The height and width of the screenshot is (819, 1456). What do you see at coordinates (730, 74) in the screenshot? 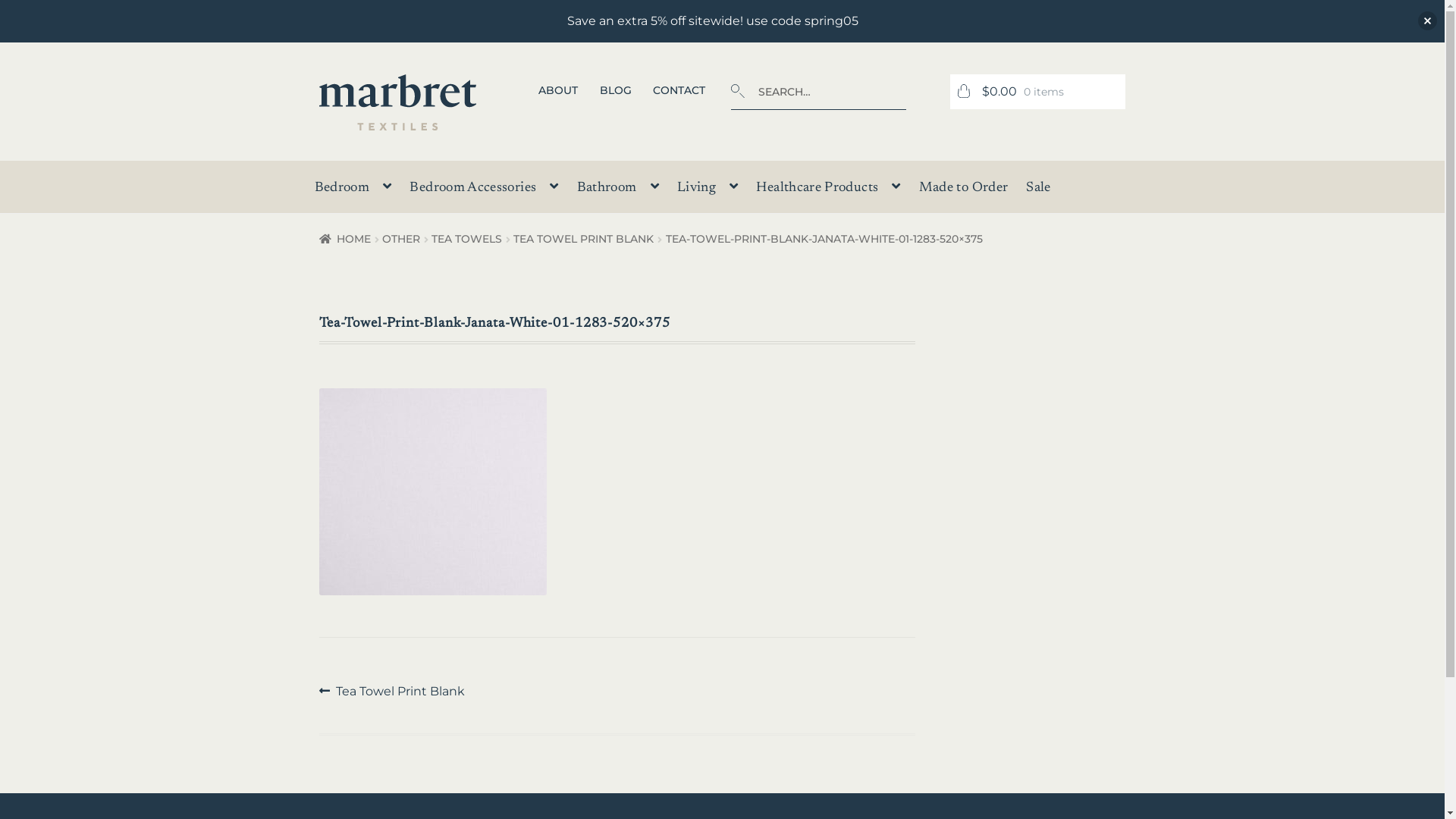
I see `'SEARCH'` at bounding box center [730, 74].